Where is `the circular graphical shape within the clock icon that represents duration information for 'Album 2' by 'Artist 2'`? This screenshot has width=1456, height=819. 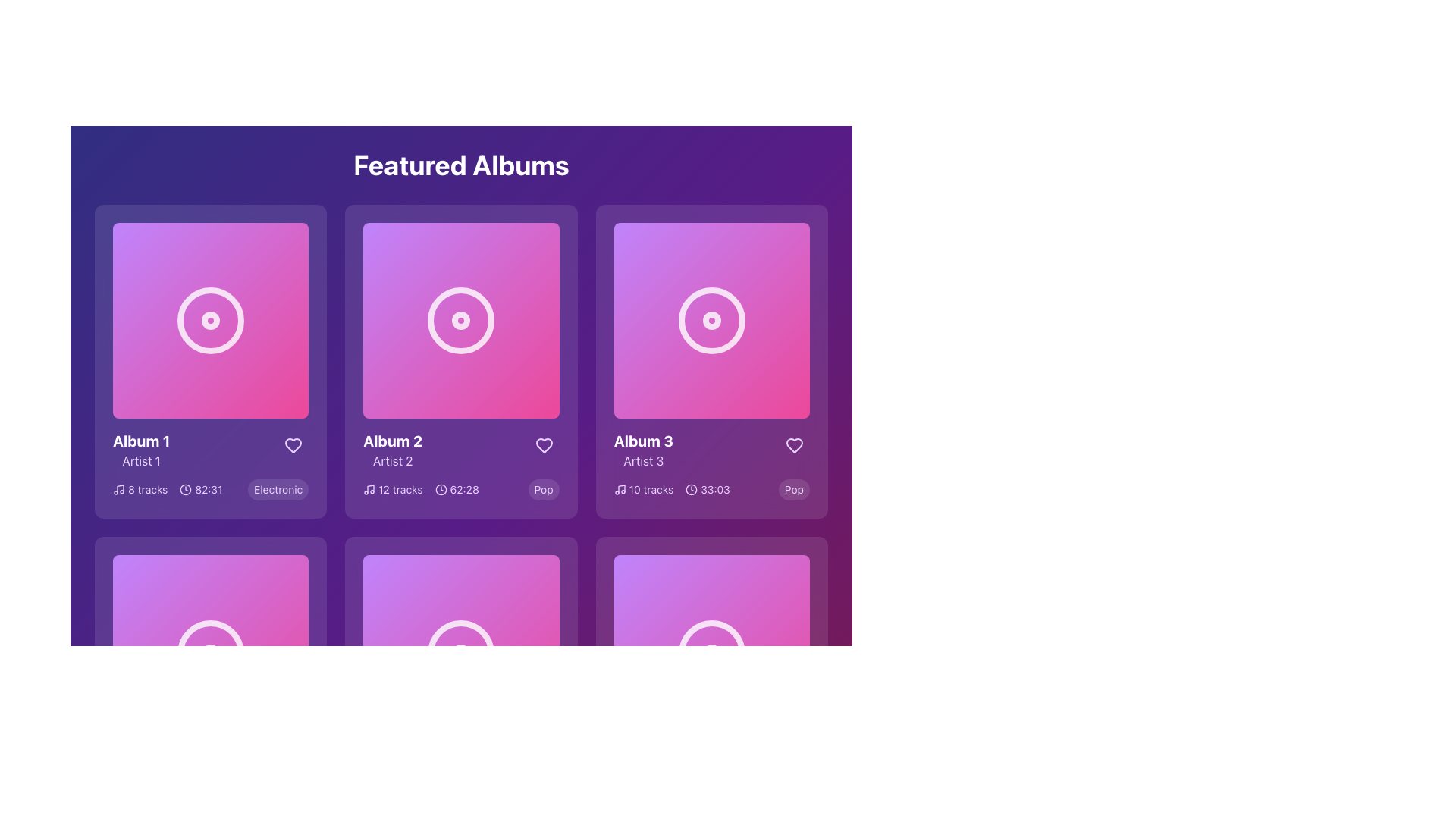 the circular graphical shape within the clock icon that represents duration information for 'Album 2' by 'Artist 2' is located at coordinates (440, 490).